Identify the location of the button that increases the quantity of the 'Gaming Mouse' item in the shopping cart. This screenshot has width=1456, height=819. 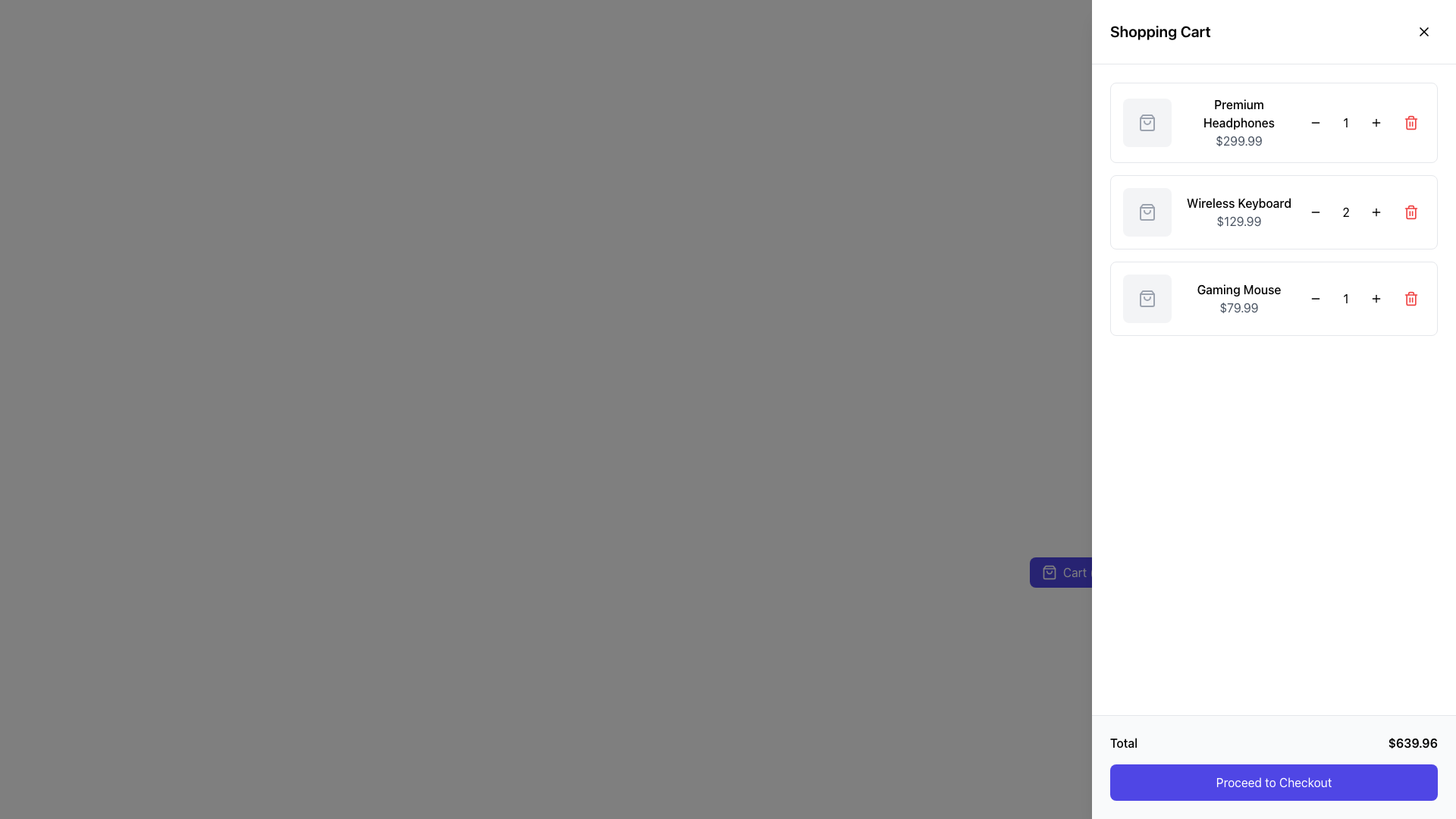
(1376, 298).